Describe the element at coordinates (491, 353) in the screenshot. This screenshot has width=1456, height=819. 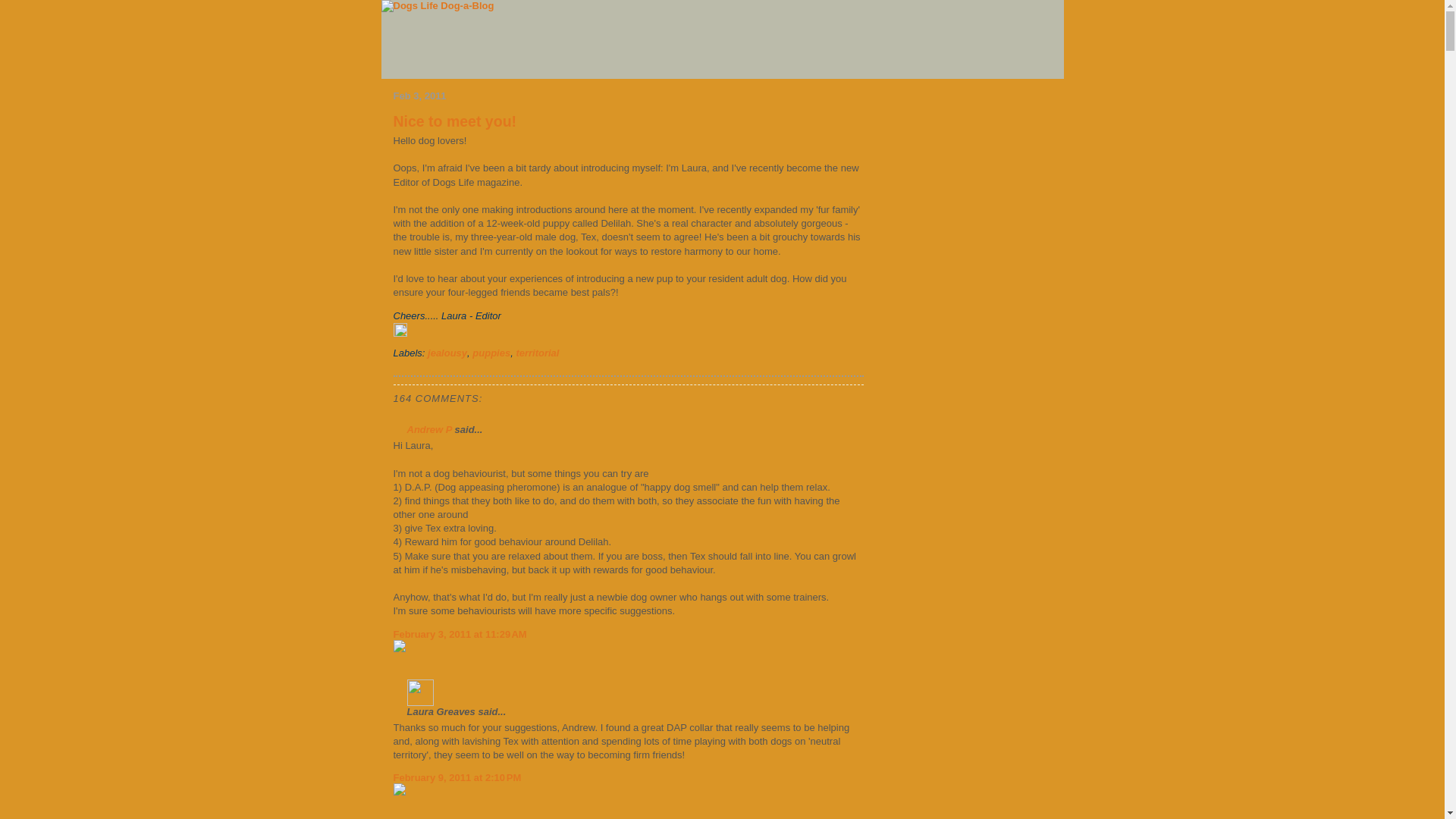
I see `'puppies'` at that location.